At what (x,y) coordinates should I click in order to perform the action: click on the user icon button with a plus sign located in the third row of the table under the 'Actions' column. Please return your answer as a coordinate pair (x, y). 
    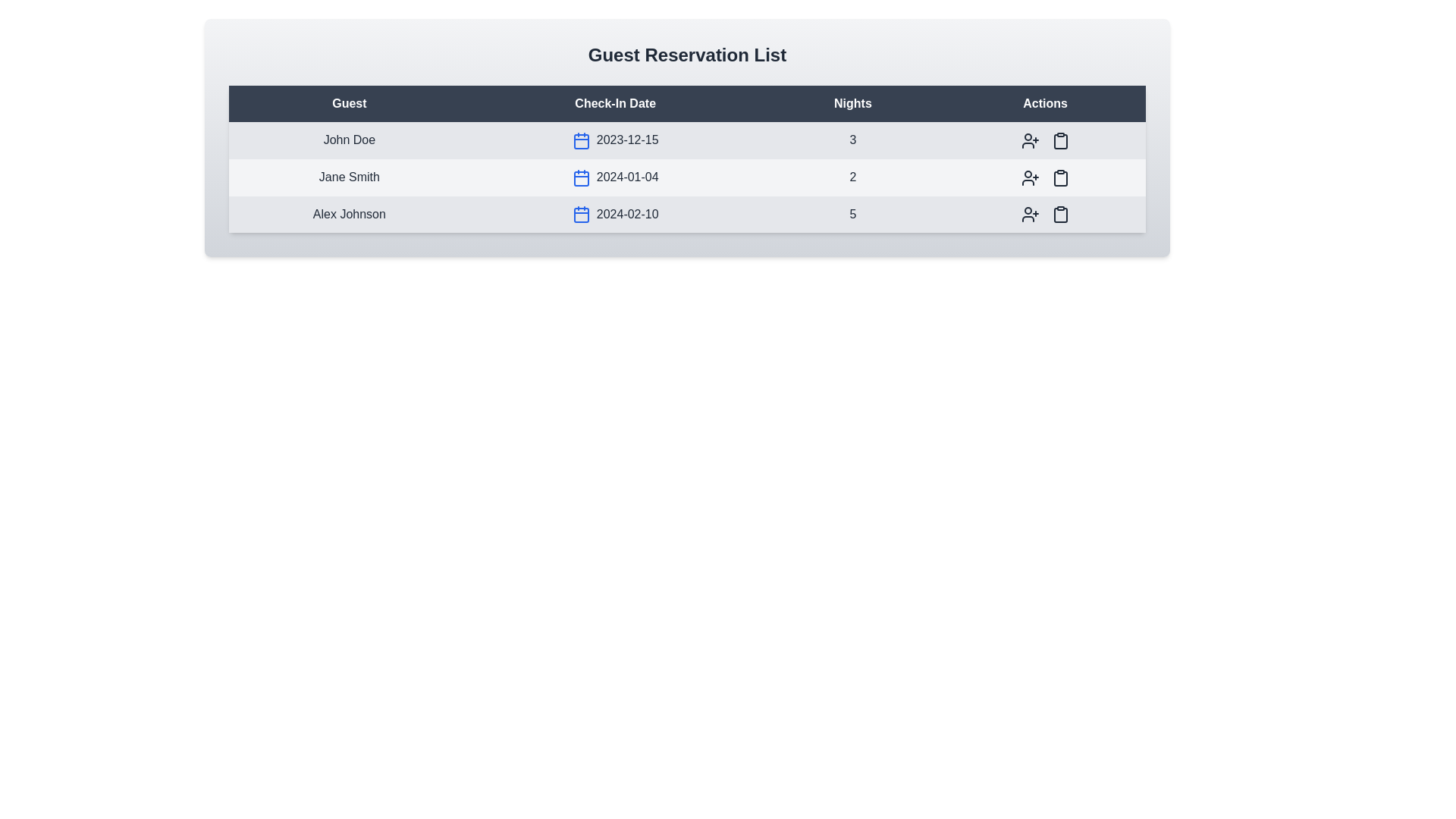
    Looking at the image, I should click on (1030, 215).